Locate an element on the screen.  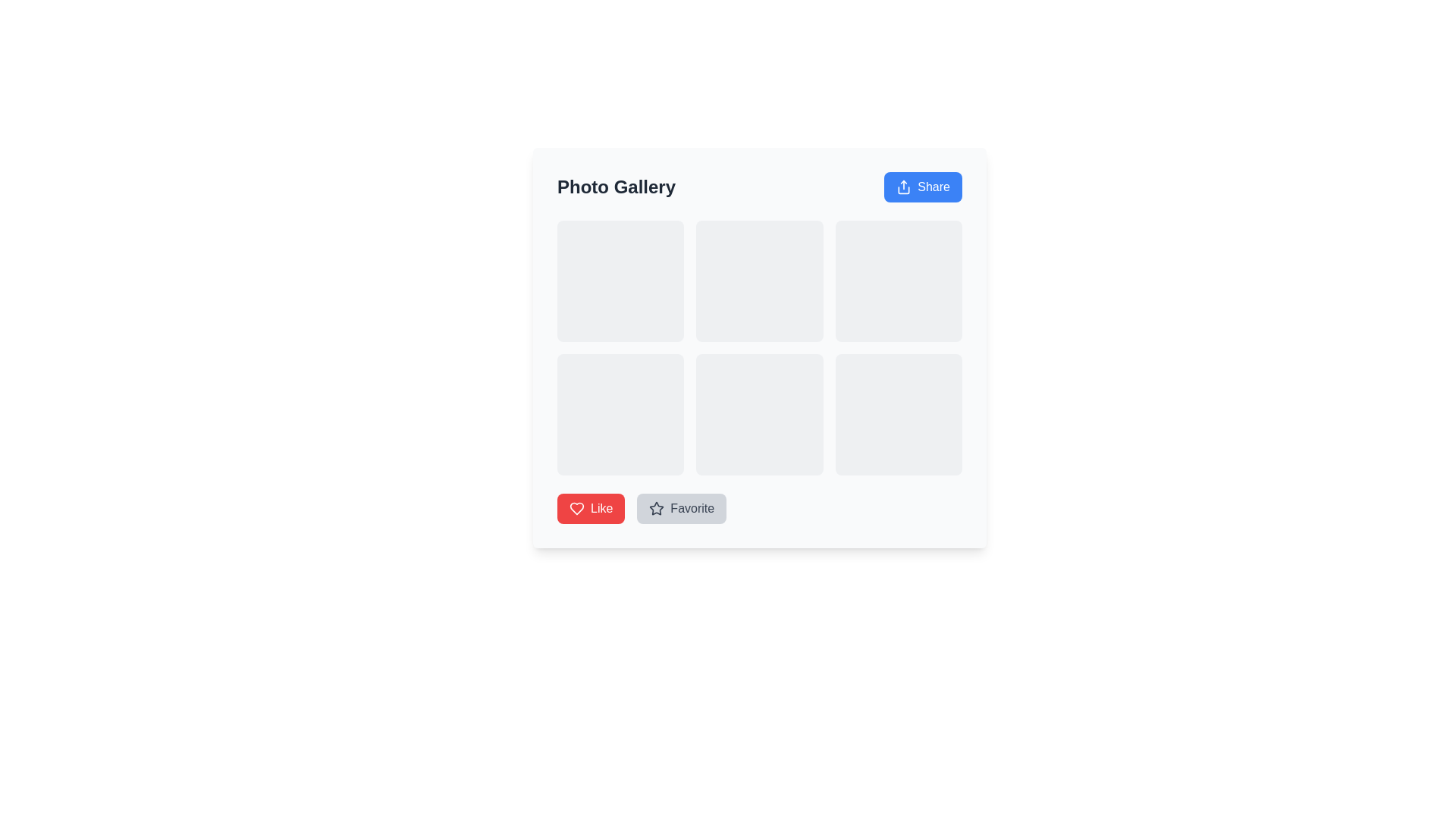
the second placeholder loading block in the first row of the 3x2 grid layout, which is located below the 'Photo Gallery' title and to the left of the 'Share' button is located at coordinates (760, 281).